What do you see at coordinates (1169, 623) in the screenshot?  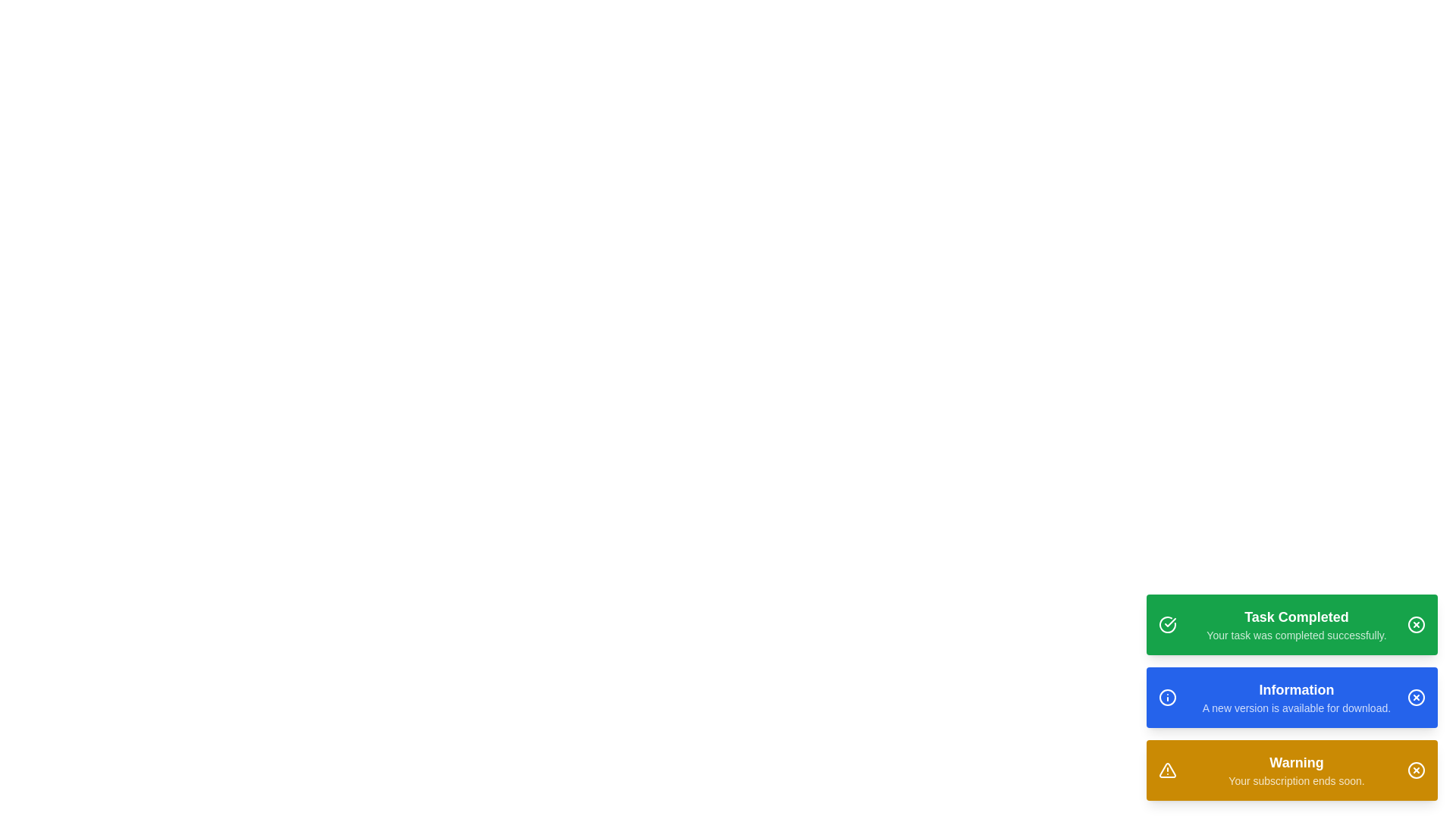 I see `the checkmark icon within the green button at the top of the three buttons, which symbolizes success or task completion` at bounding box center [1169, 623].